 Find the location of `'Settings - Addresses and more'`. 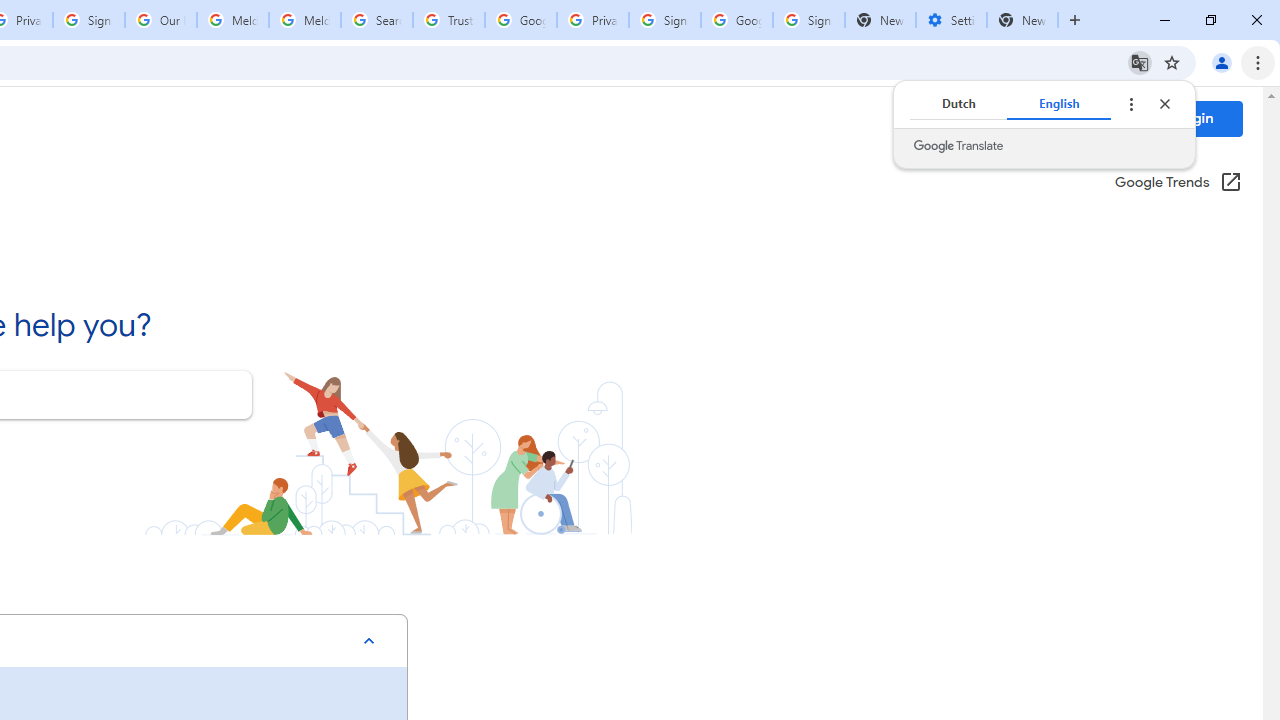

'Settings - Addresses and more' is located at coordinates (950, 20).